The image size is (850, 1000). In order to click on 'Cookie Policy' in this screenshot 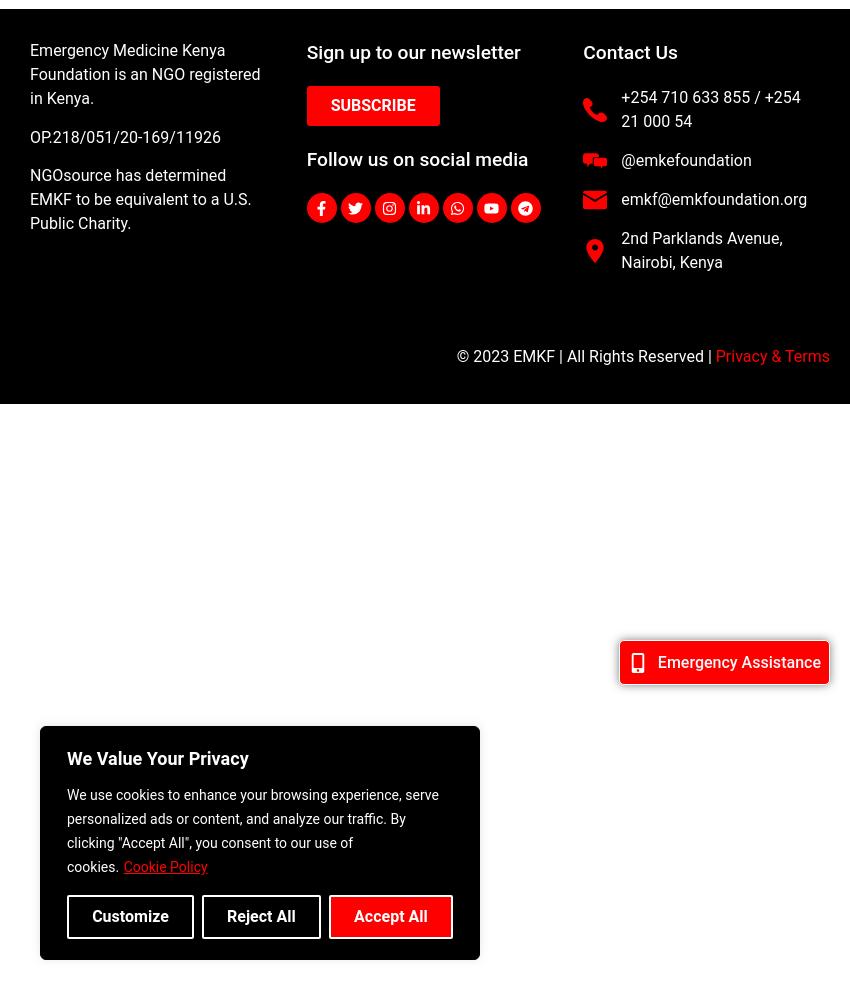, I will do `click(164, 866)`.